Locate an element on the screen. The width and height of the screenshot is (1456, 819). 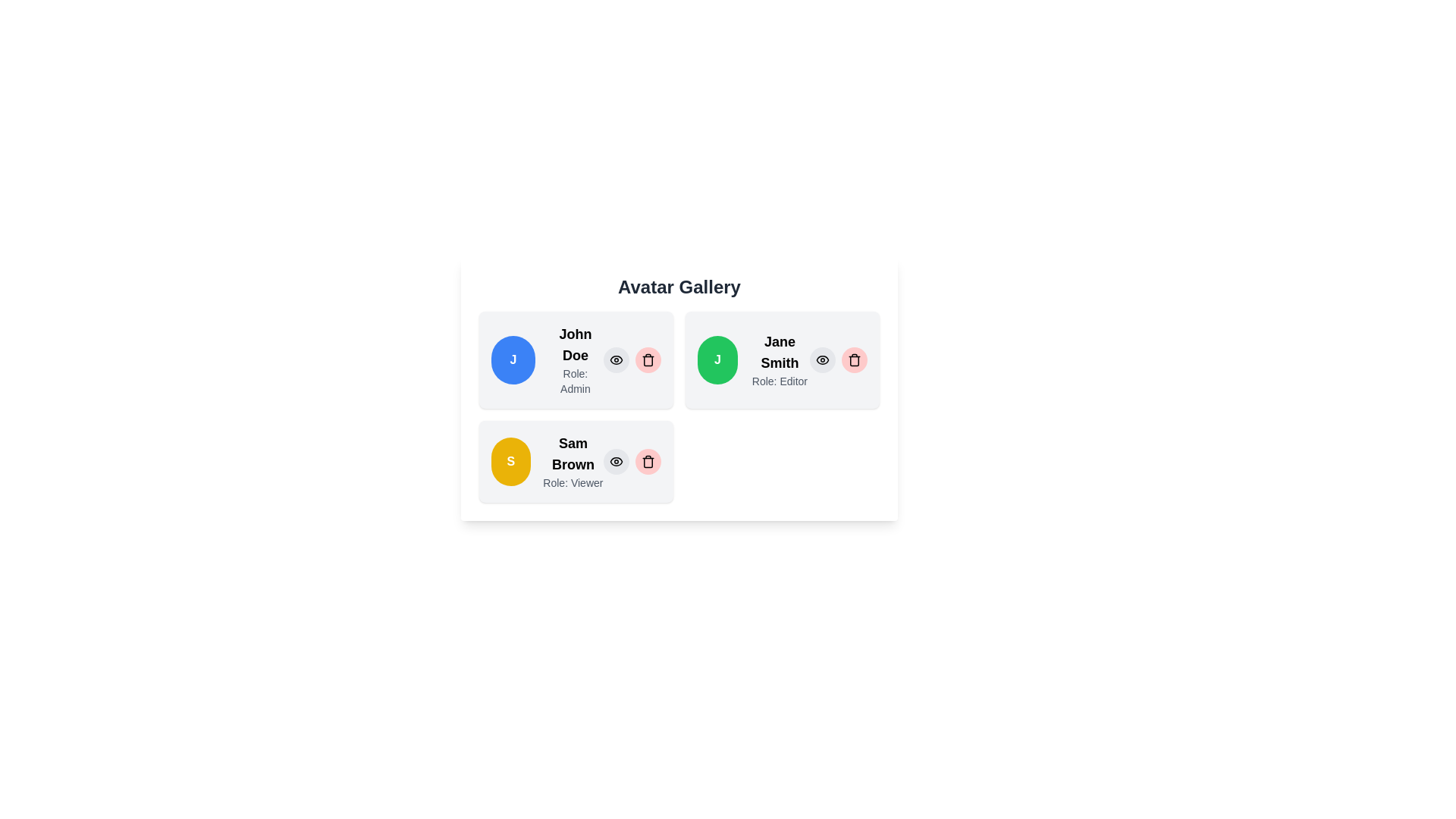
the circular avatar with a bold white letter 'J' centered inside it, which has a blue background and is positioned in the upper-left card of the layout is located at coordinates (513, 359).